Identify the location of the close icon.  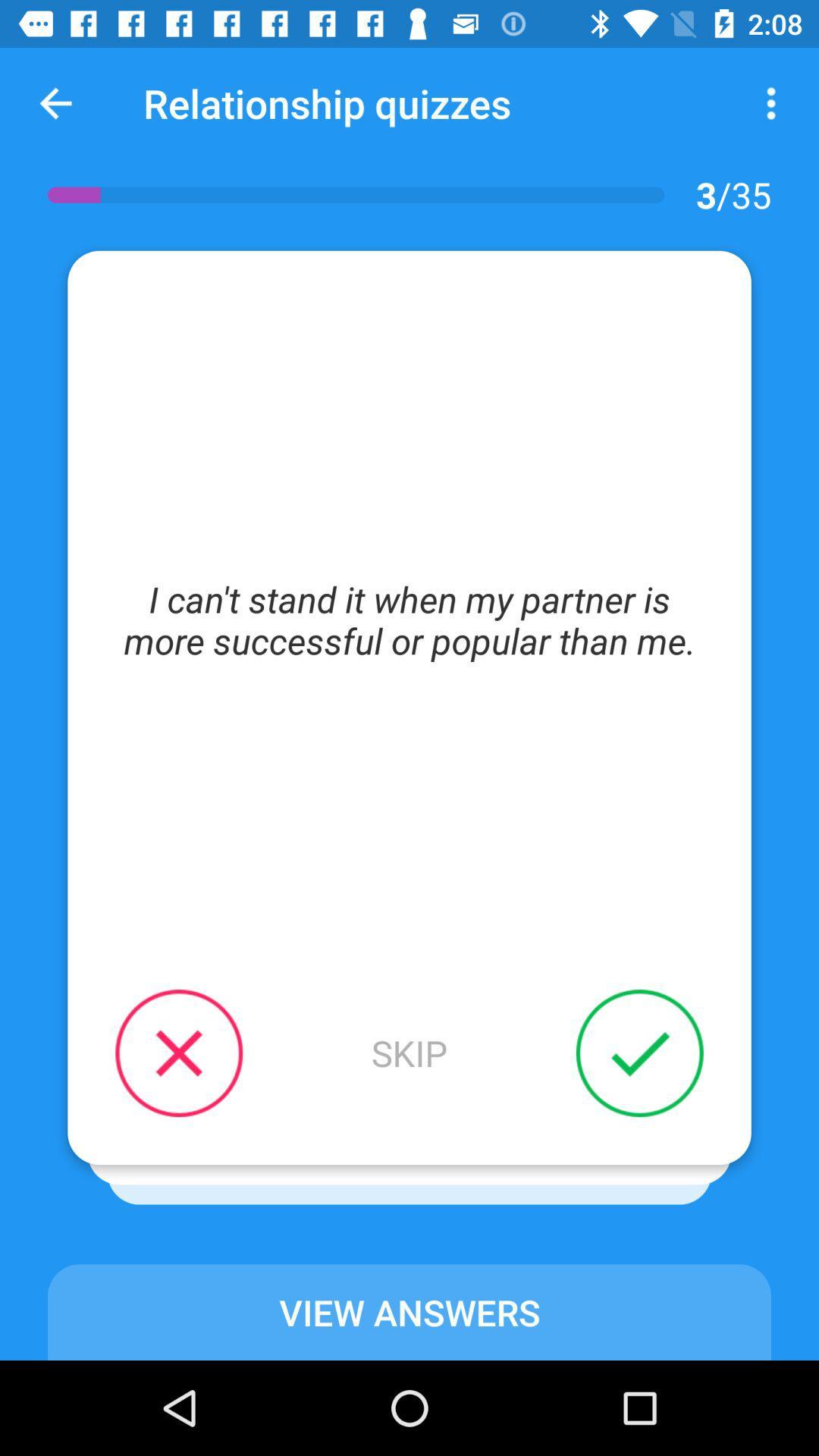
(198, 1072).